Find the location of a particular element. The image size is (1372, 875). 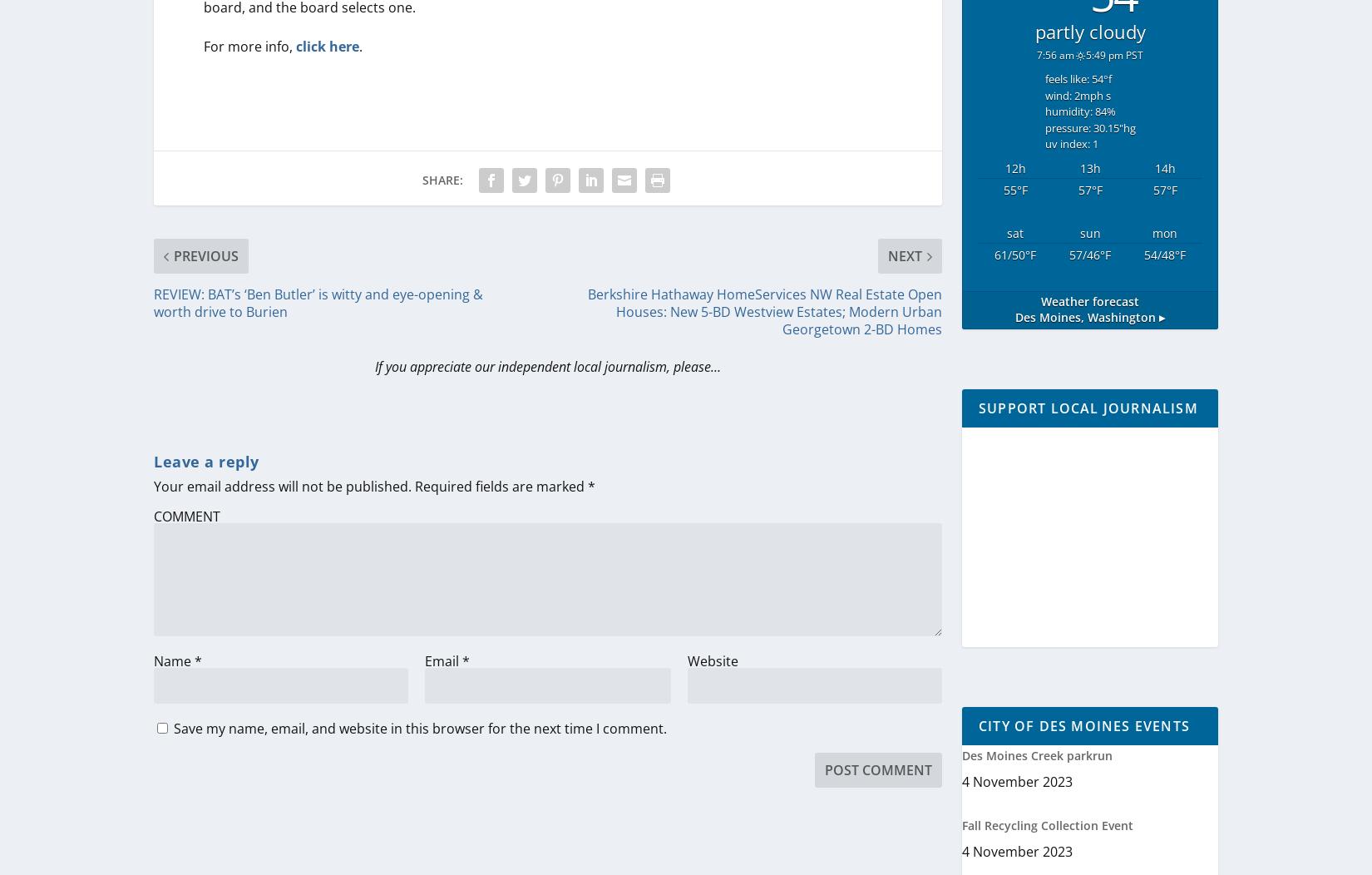

'Website' is located at coordinates (686, 660).